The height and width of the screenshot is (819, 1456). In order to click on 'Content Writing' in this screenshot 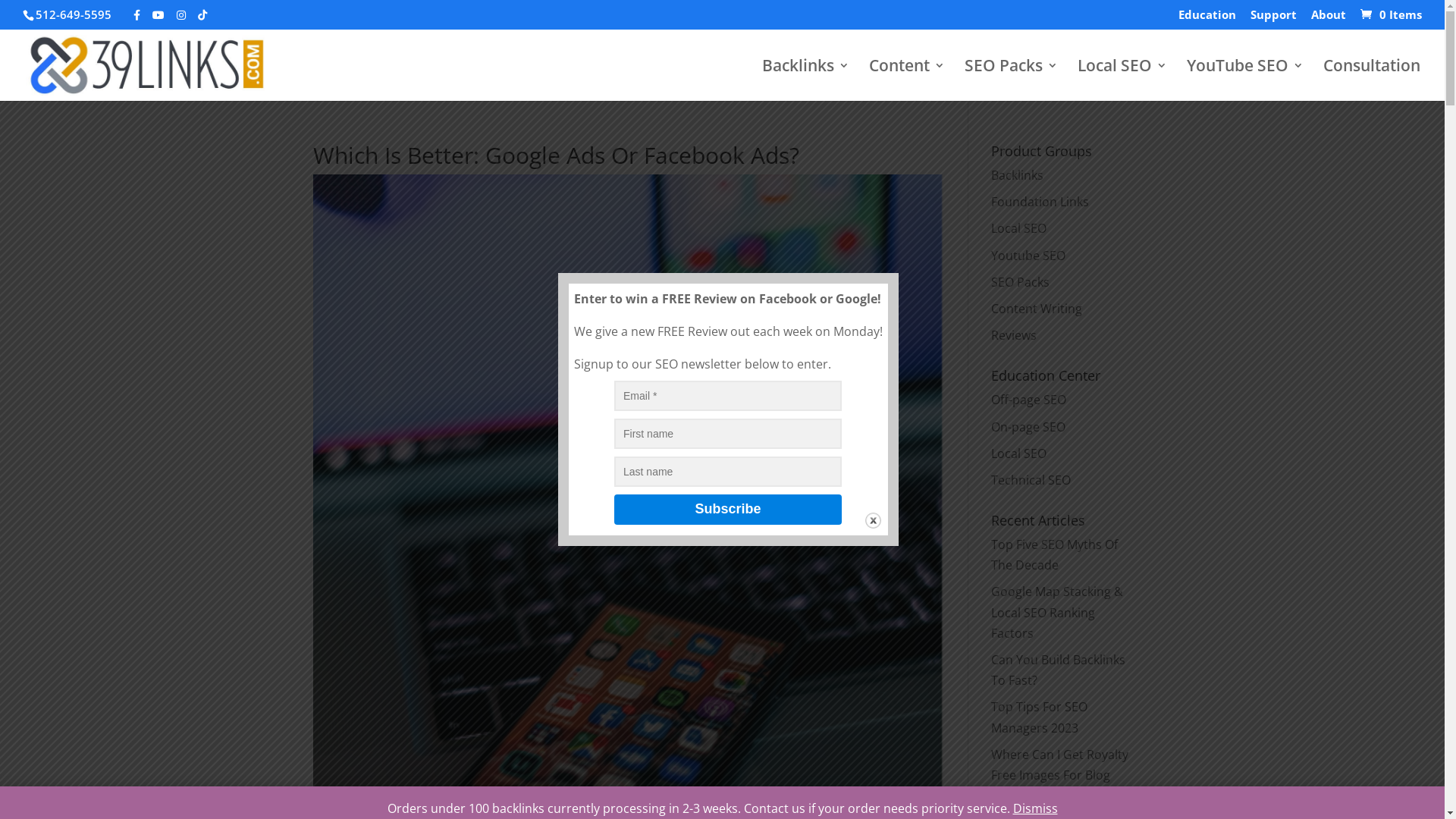, I will do `click(1035, 308)`.